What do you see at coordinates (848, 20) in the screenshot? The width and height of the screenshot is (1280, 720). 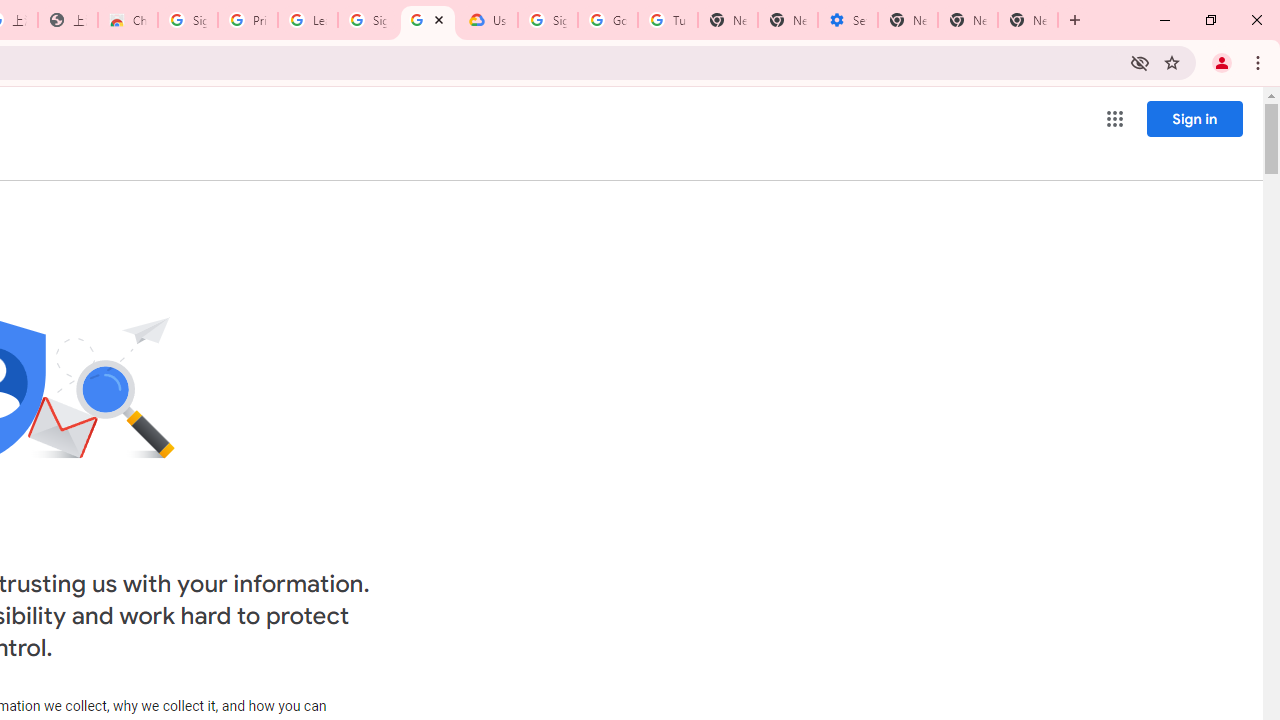 I see `'Settings - Addresses and more'` at bounding box center [848, 20].